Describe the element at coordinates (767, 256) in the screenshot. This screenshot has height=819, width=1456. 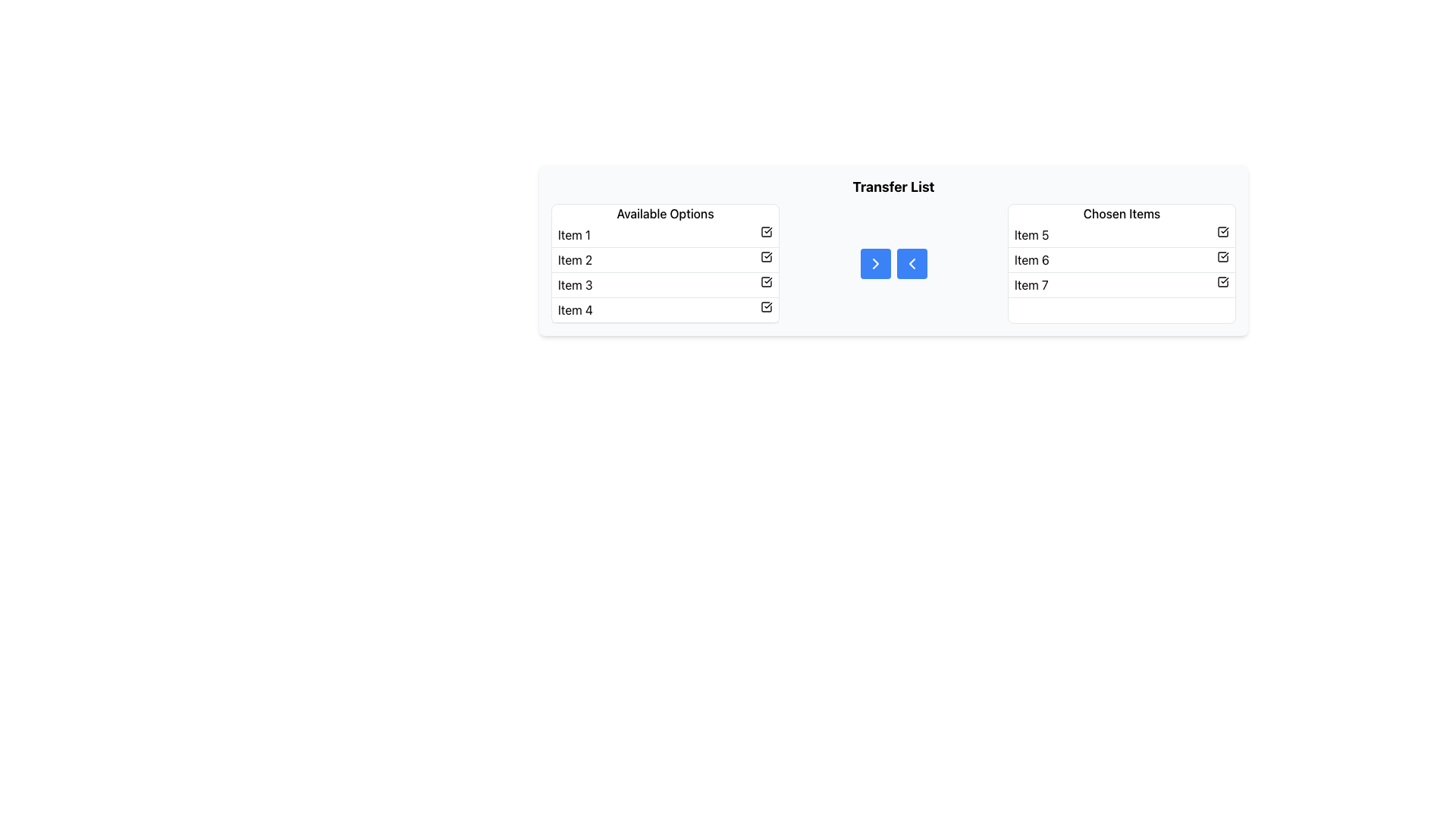
I see `the checkbox with a checkmark inside, associated with the text 'Item 2'` at that location.